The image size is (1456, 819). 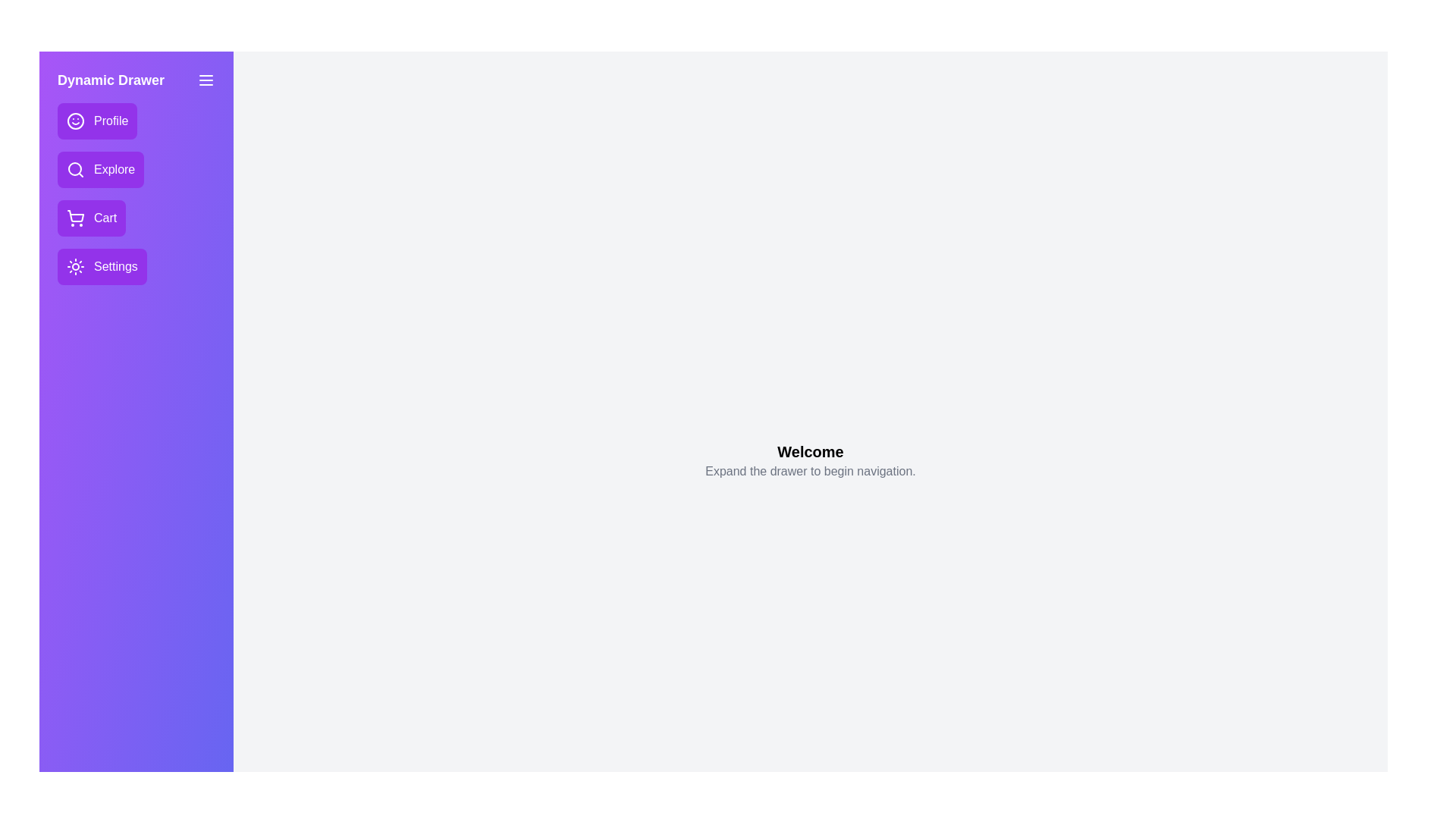 I want to click on the navigation item Profile from the drawer, so click(x=96, y=120).